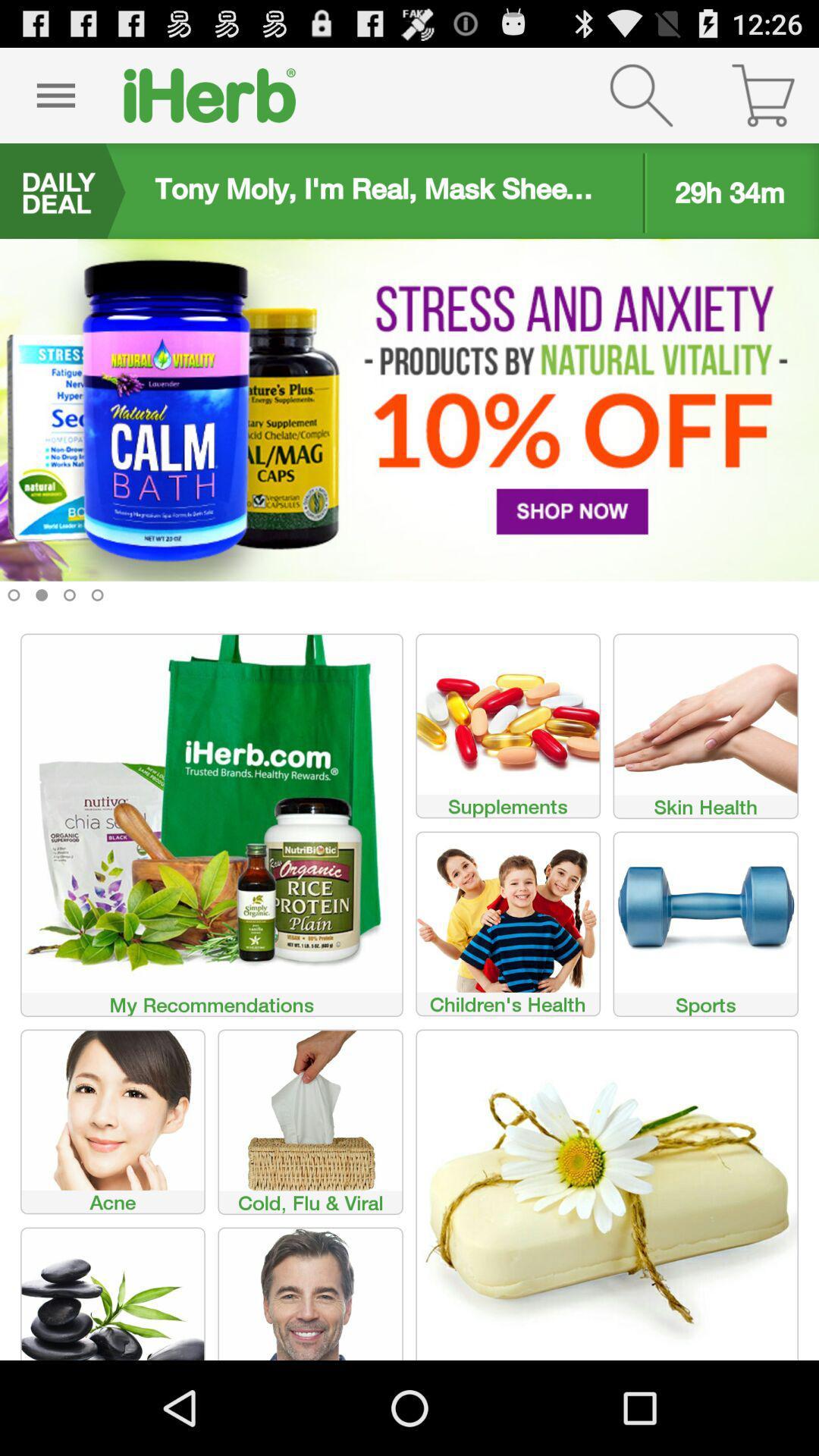 This screenshot has height=1456, width=819. Describe the element at coordinates (55, 94) in the screenshot. I see `click pause button` at that location.